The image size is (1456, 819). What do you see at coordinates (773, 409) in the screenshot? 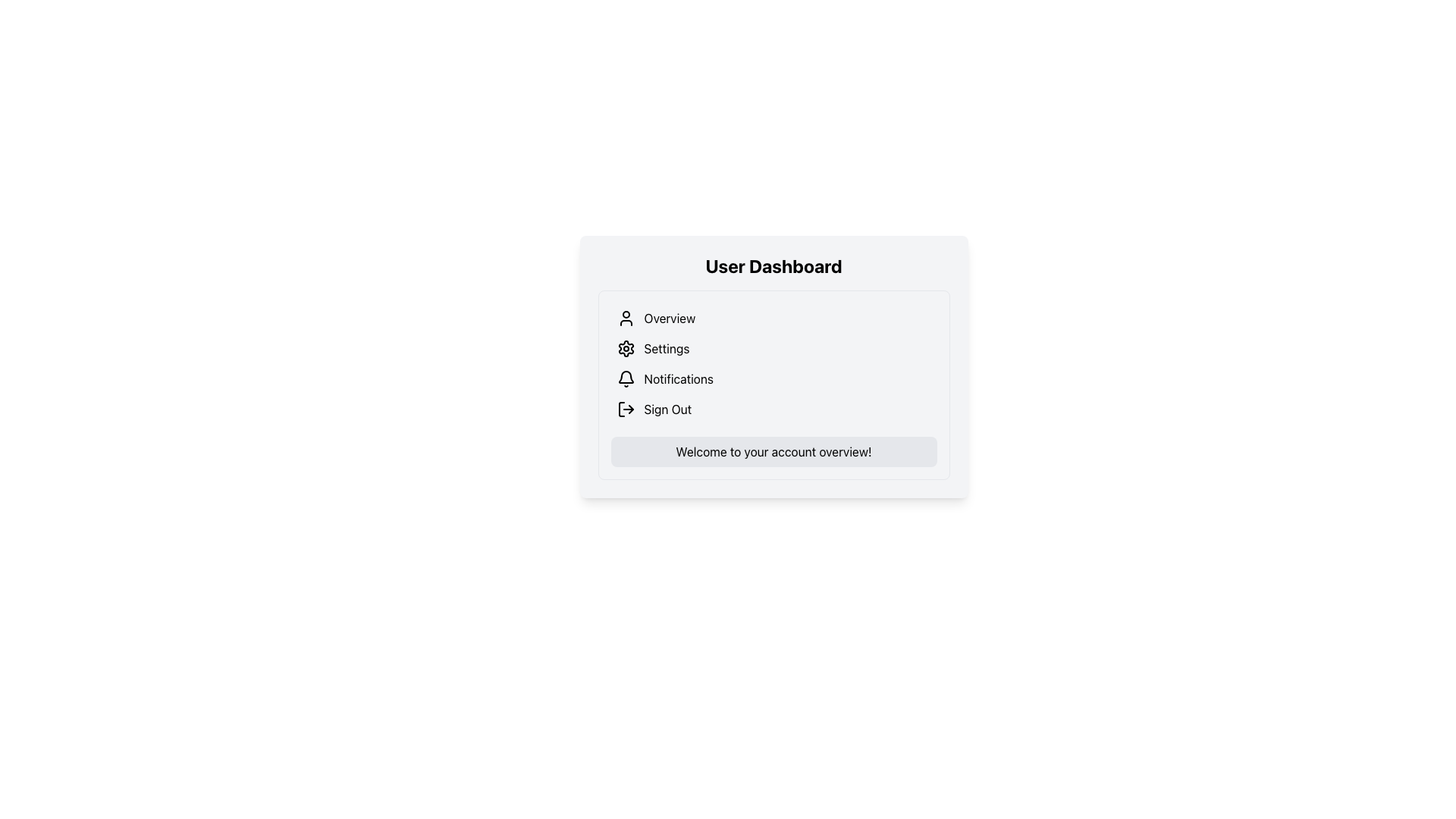
I see `keyboard navigation` at bounding box center [773, 409].